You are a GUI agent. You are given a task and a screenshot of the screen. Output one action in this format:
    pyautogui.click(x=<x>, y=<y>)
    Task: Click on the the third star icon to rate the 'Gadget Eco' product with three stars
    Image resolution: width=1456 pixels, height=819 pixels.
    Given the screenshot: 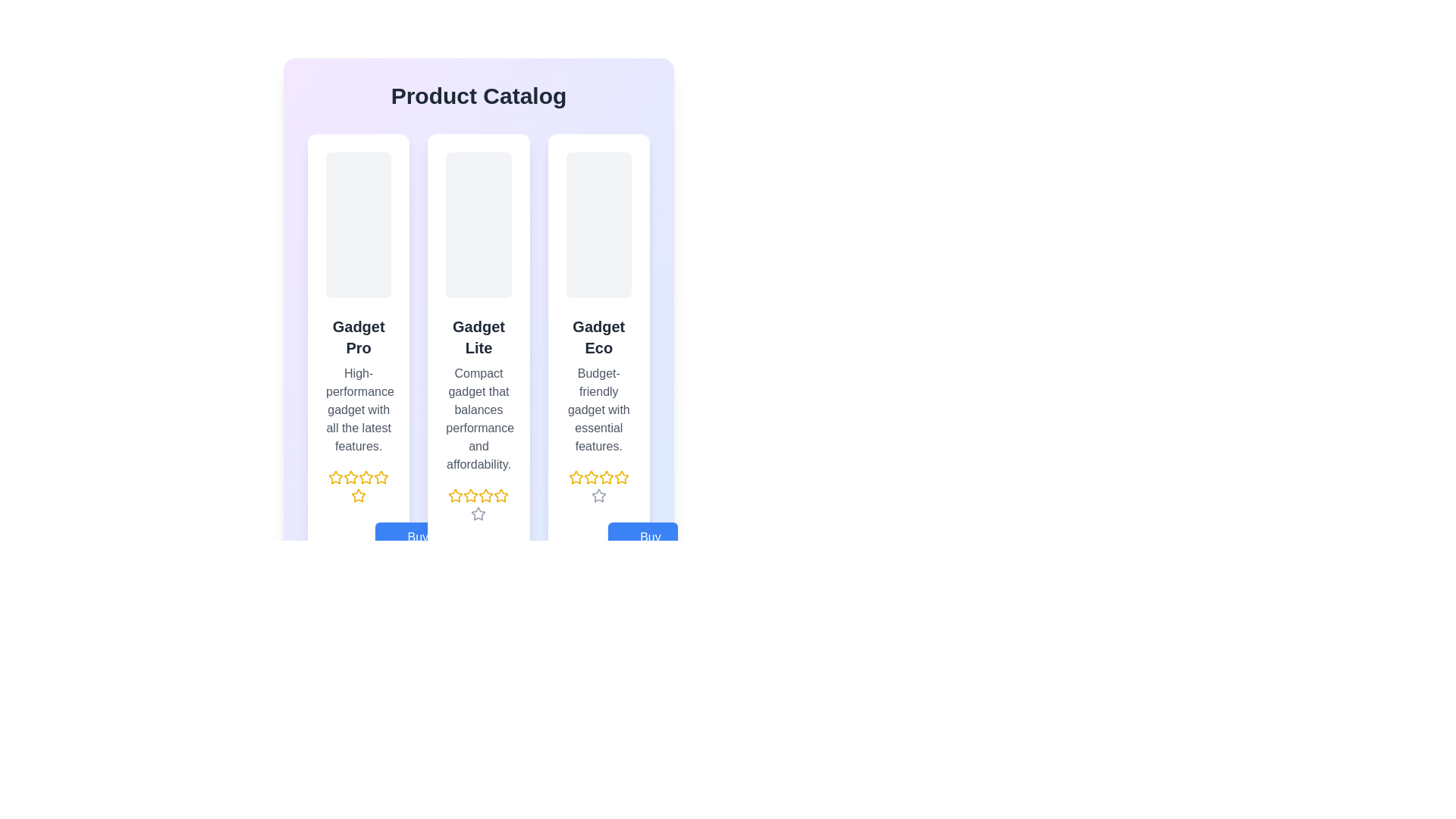 What is the action you would take?
    pyautogui.click(x=590, y=476)
    